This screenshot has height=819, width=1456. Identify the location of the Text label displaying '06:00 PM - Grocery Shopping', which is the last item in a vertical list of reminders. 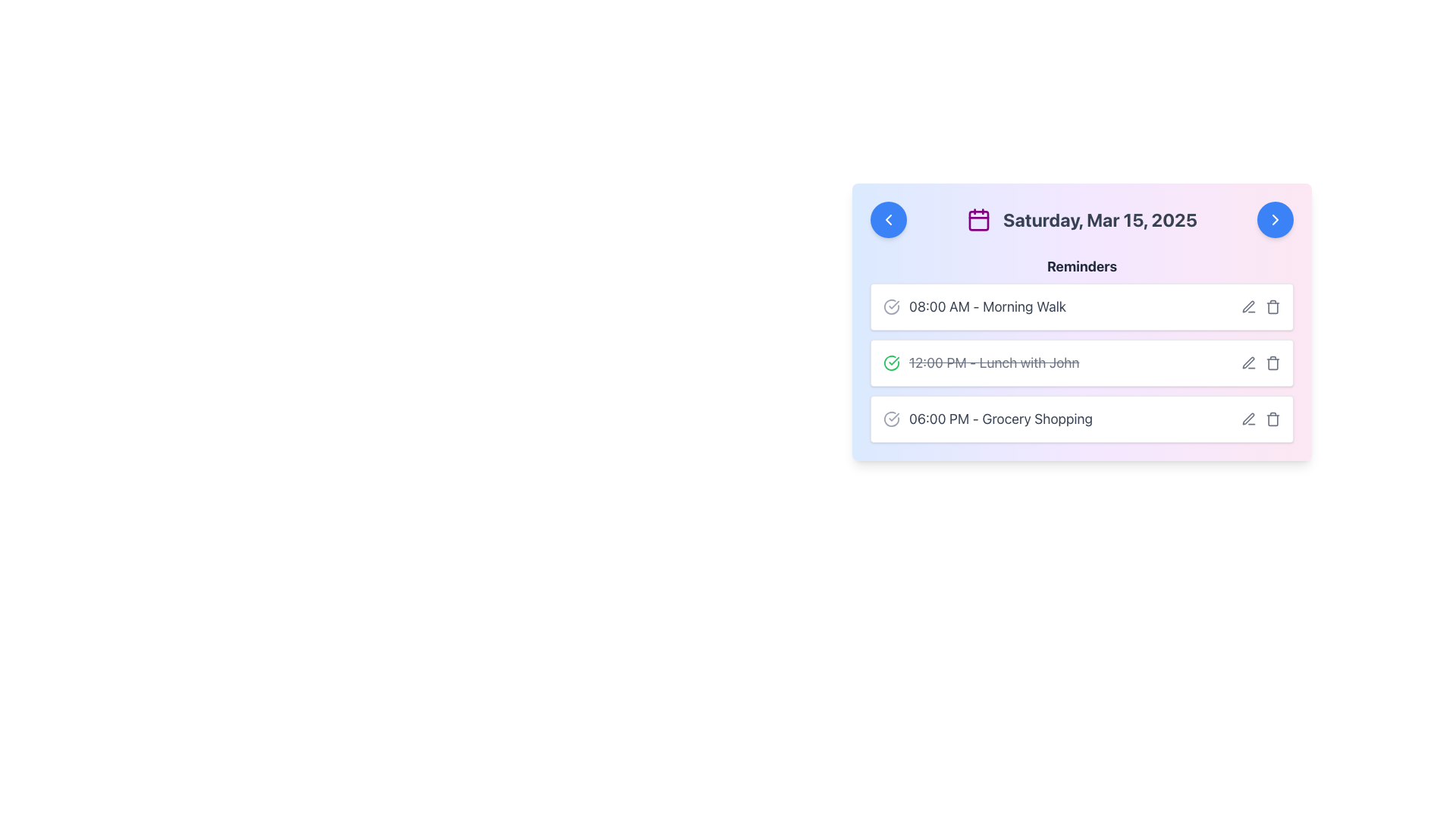
(1001, 419).